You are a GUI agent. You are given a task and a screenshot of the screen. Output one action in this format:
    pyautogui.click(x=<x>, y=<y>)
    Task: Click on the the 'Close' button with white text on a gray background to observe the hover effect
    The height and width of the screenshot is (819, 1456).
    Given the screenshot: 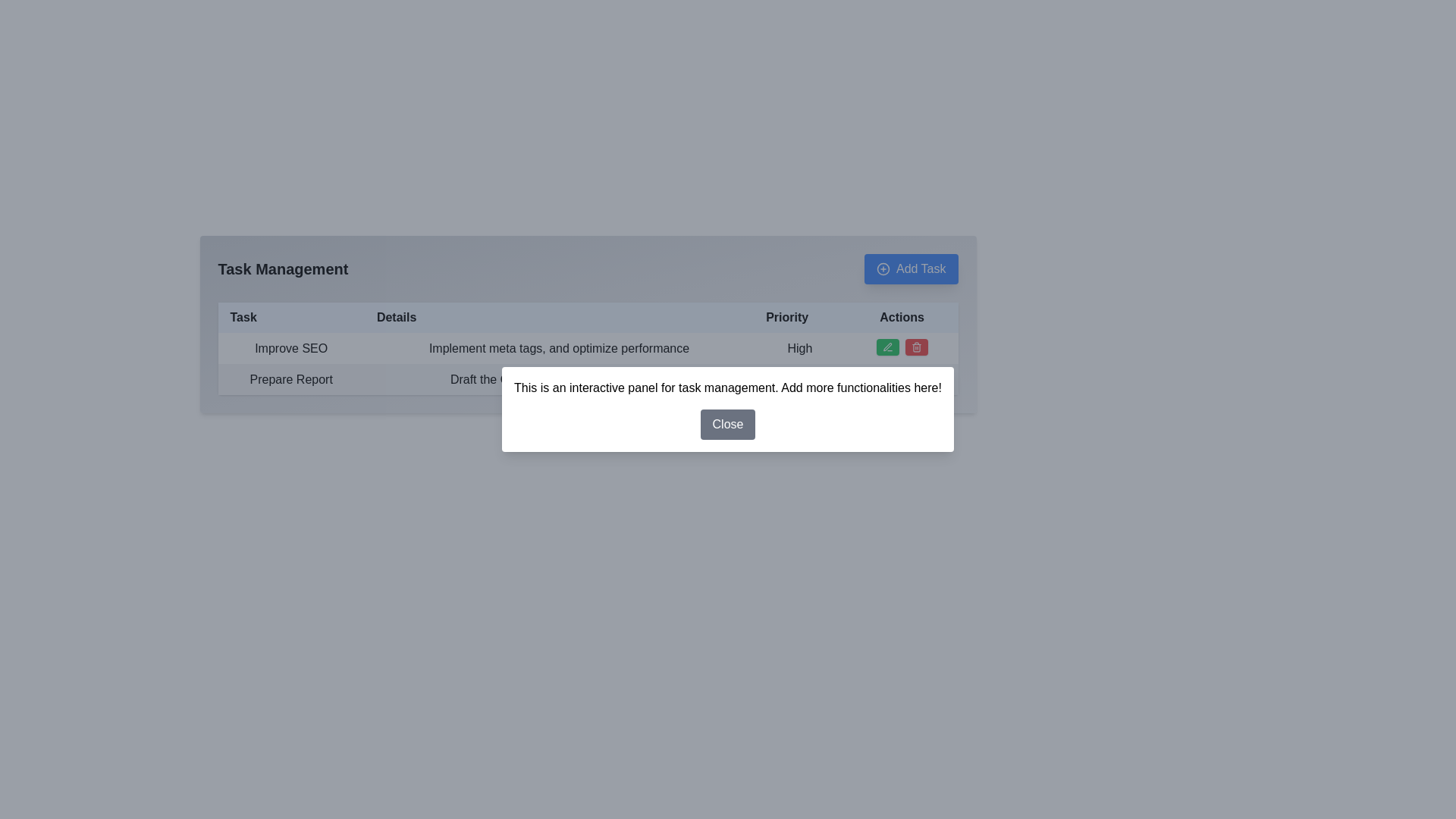 What is the action you would take?
    pyautogui.click(x=728, y=424)
    